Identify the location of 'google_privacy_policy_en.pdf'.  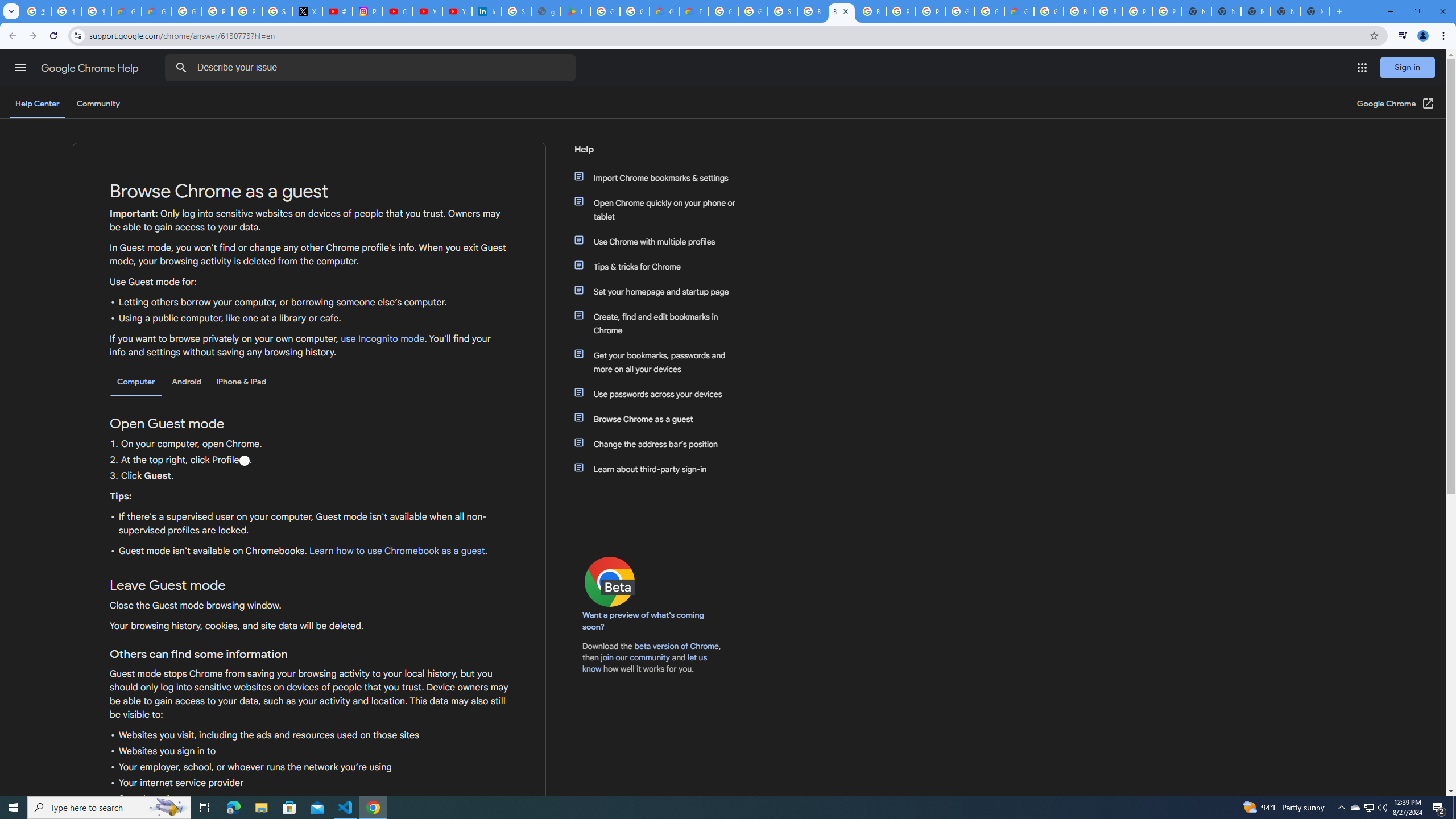
(545, 11).